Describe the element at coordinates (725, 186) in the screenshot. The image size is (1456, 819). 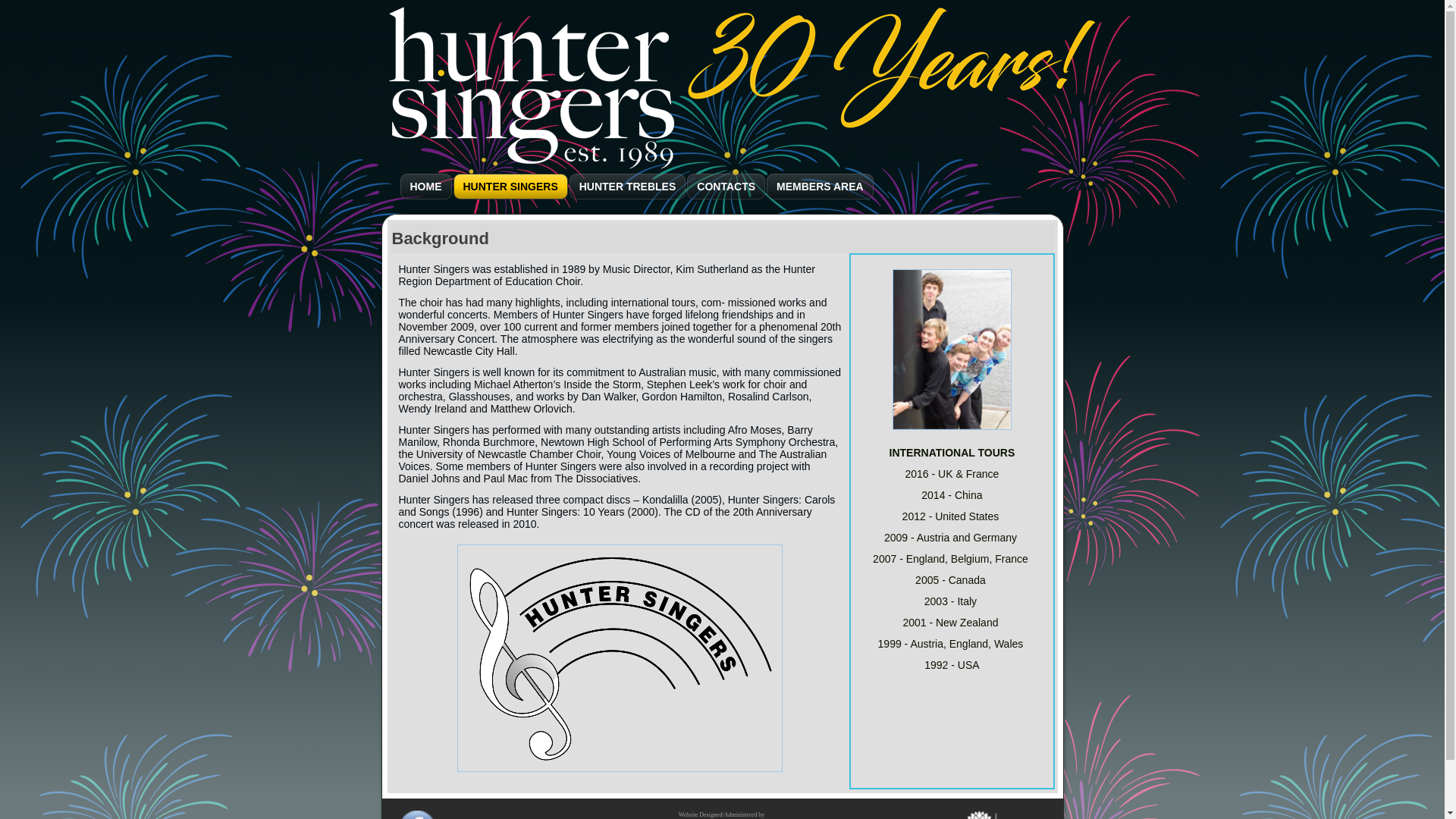
I see `'CONTACTS'` at that location.